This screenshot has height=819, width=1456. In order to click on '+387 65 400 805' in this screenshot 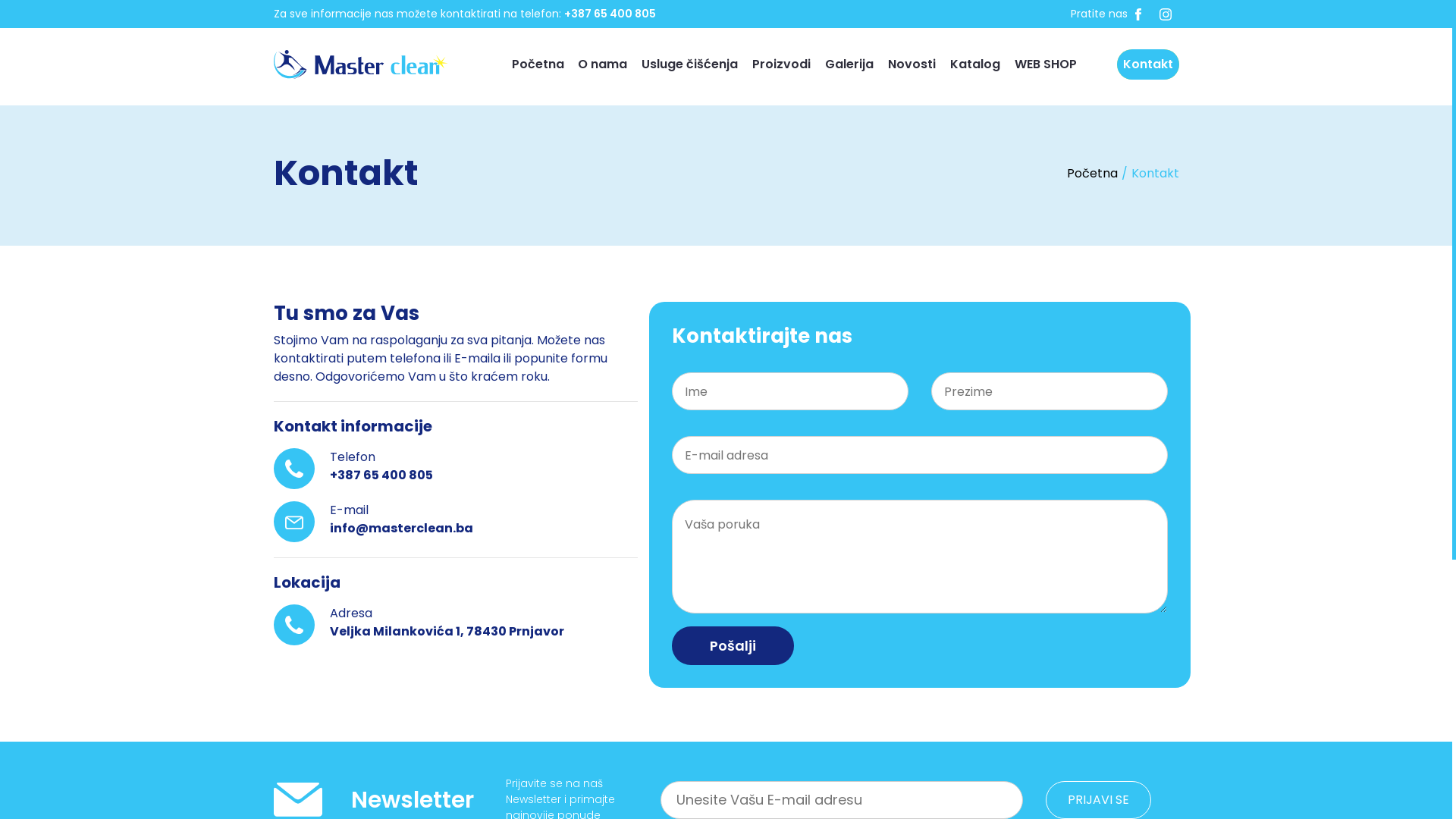, I will do `click(610, 14)`.